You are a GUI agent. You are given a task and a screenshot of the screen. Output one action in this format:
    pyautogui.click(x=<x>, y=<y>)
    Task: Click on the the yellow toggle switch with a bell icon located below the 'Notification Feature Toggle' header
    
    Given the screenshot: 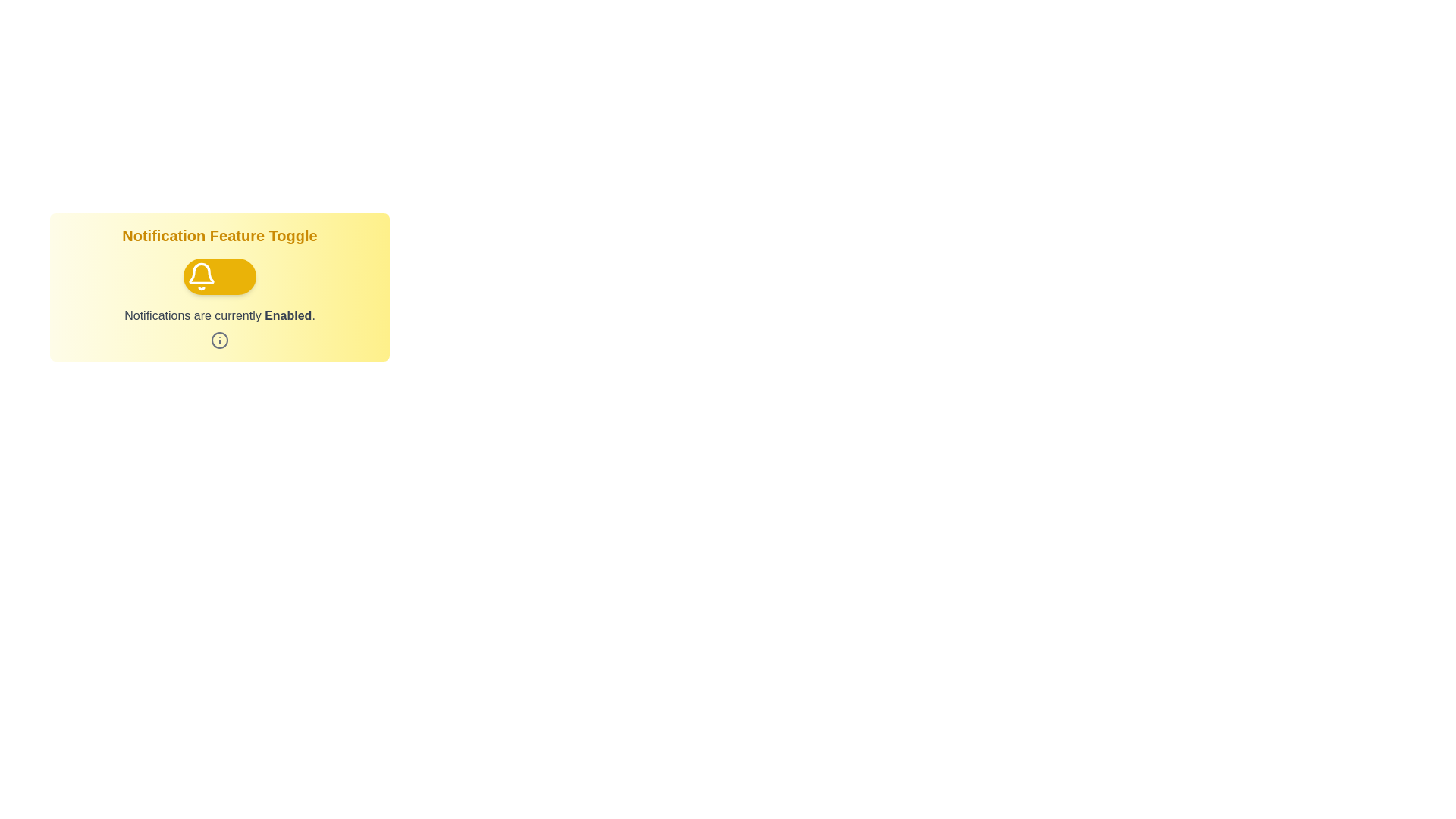 What is the action you would take?
    pyautogui.click(x=218, y=287)
    